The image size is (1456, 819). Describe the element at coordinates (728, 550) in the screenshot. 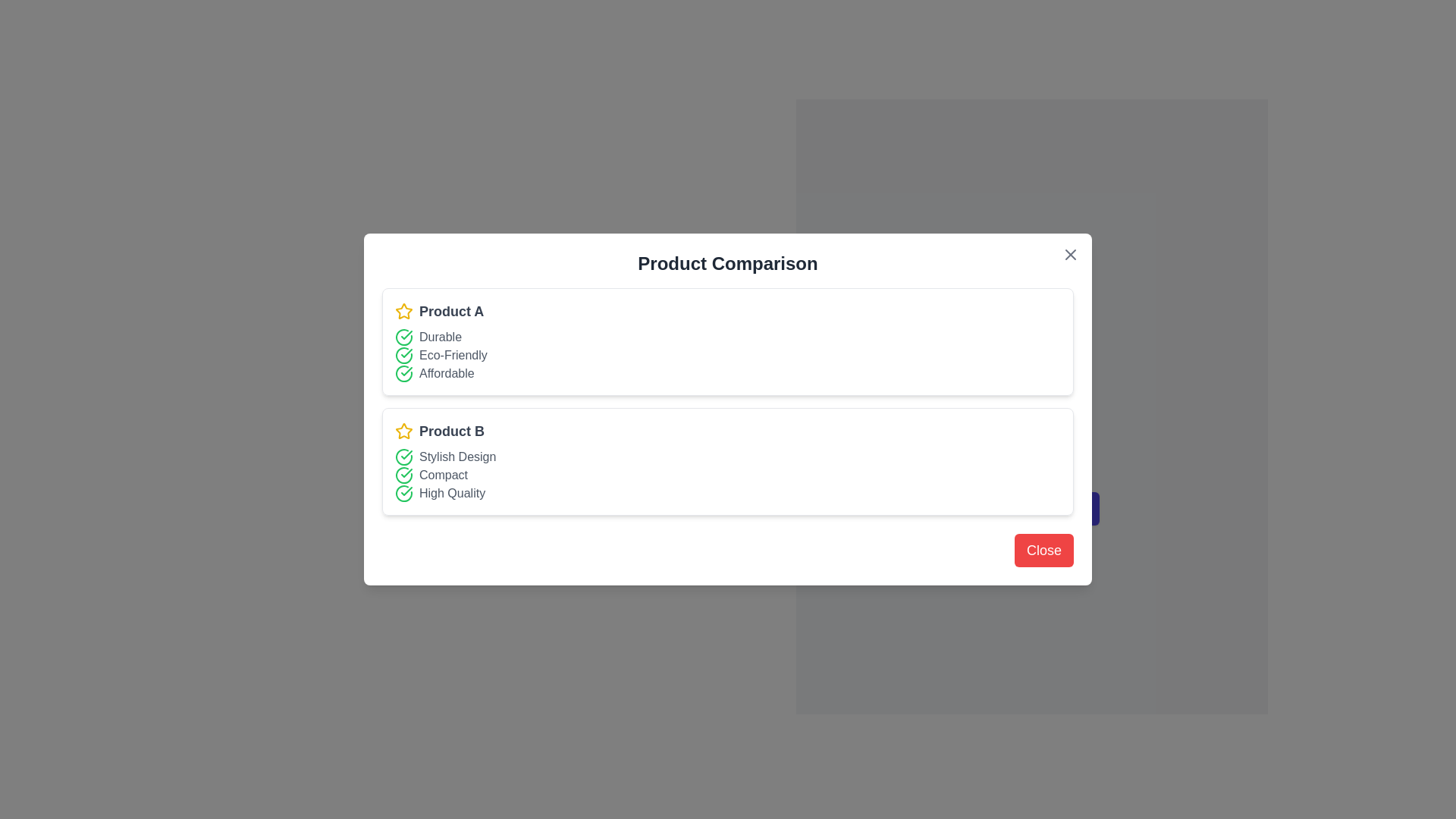

I see `the dismiss button located at the bottom-right corner of the modal dialog` at that location.